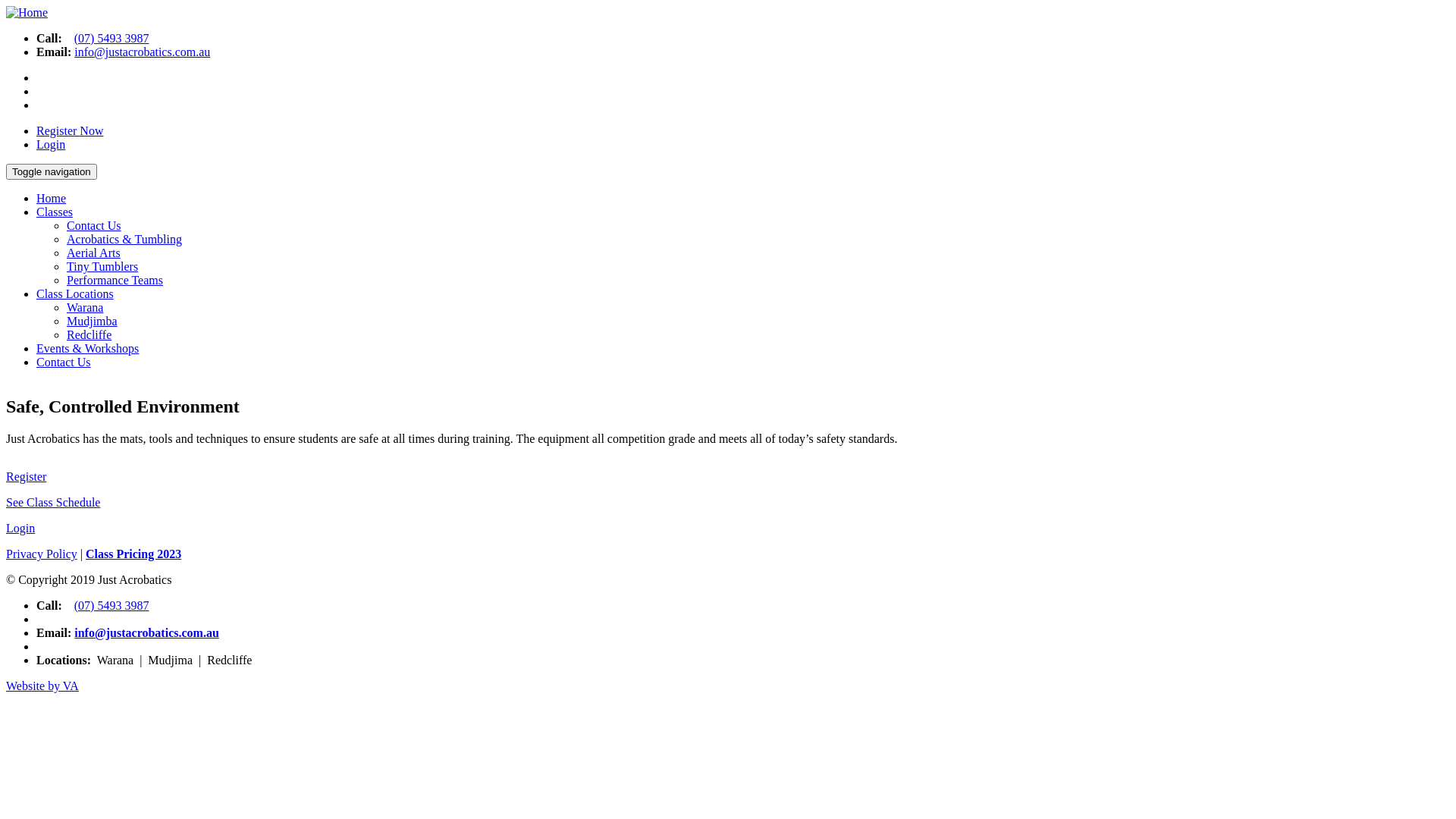 This screenshot has width=1456, height=819. I want to click on 'Website by VA', so click(42, 686).